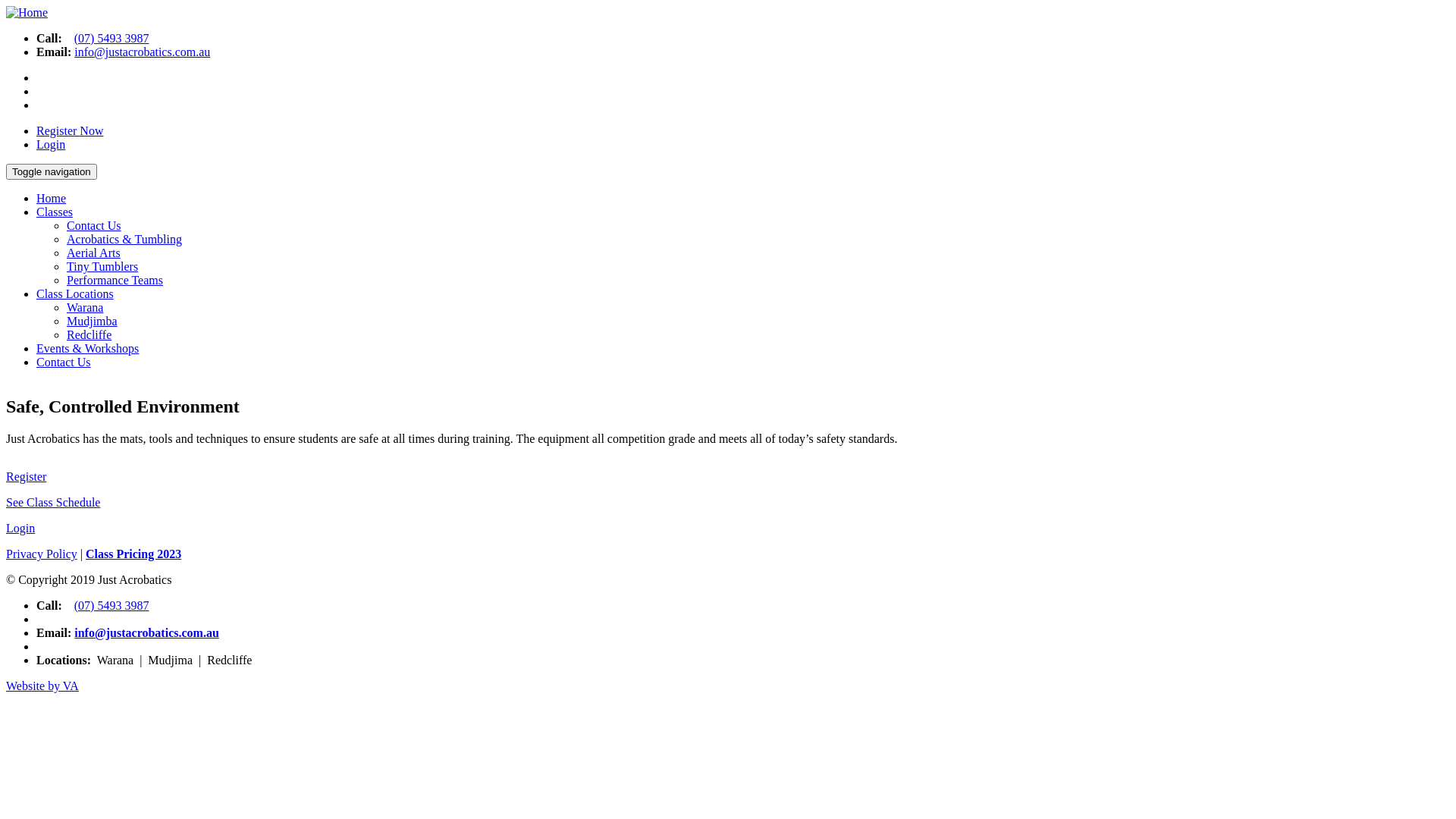 This screenshot has width=1456, height=819. I want to click on 'Website by VA', so click(42, 686).